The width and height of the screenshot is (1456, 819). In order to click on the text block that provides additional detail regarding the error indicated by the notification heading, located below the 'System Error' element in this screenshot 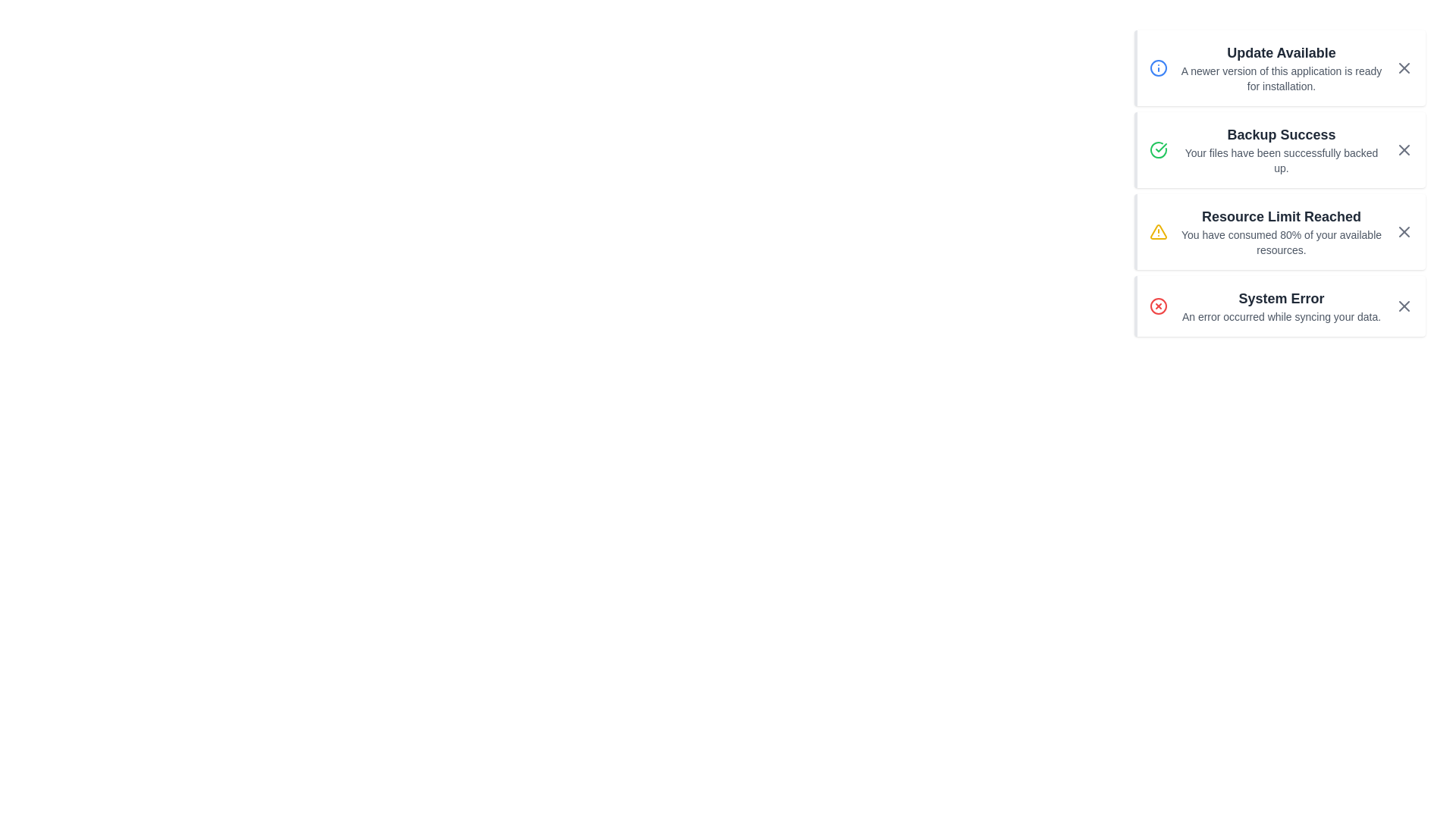, I will do `click(1280, 315)`.